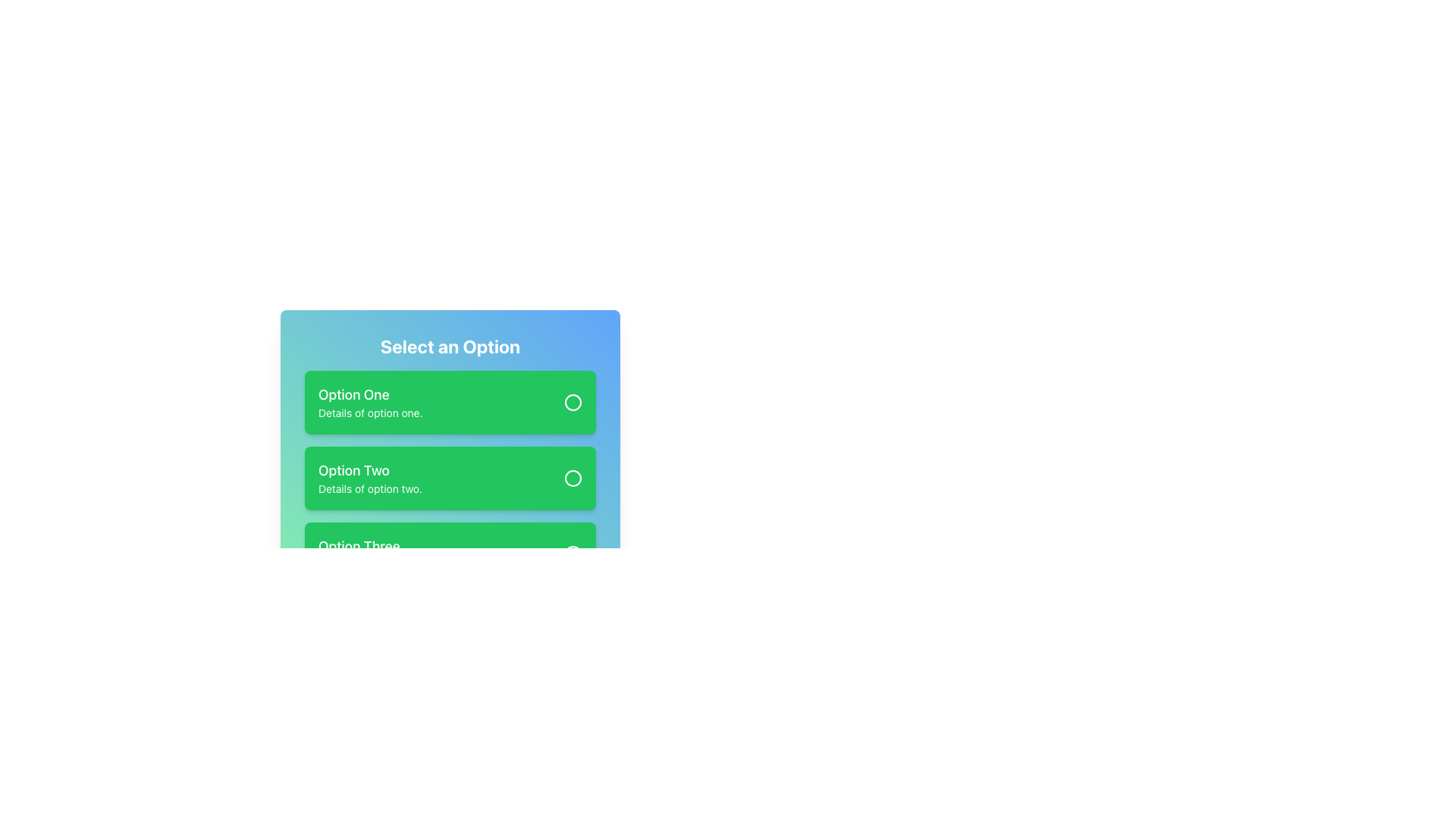 This screenshot has height=819, width=1456. I want to click on the static text label titled 'Option Two', which serves as the main title for the second selectable option in the list, so click(370, 470).